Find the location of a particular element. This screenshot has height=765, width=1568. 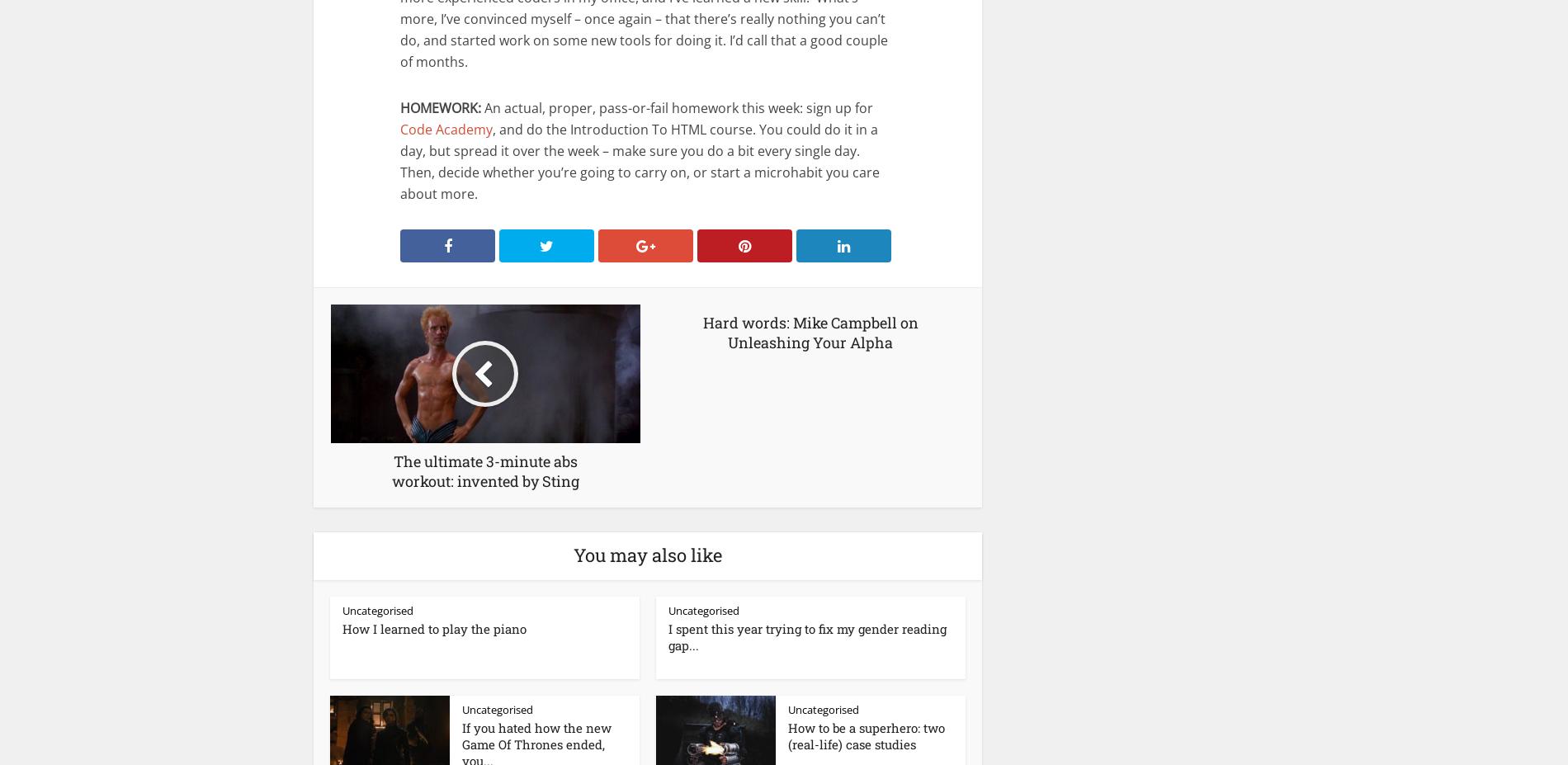

'How to be a superhero: two (real-life) case studies' is located at coordinates (866, 735).